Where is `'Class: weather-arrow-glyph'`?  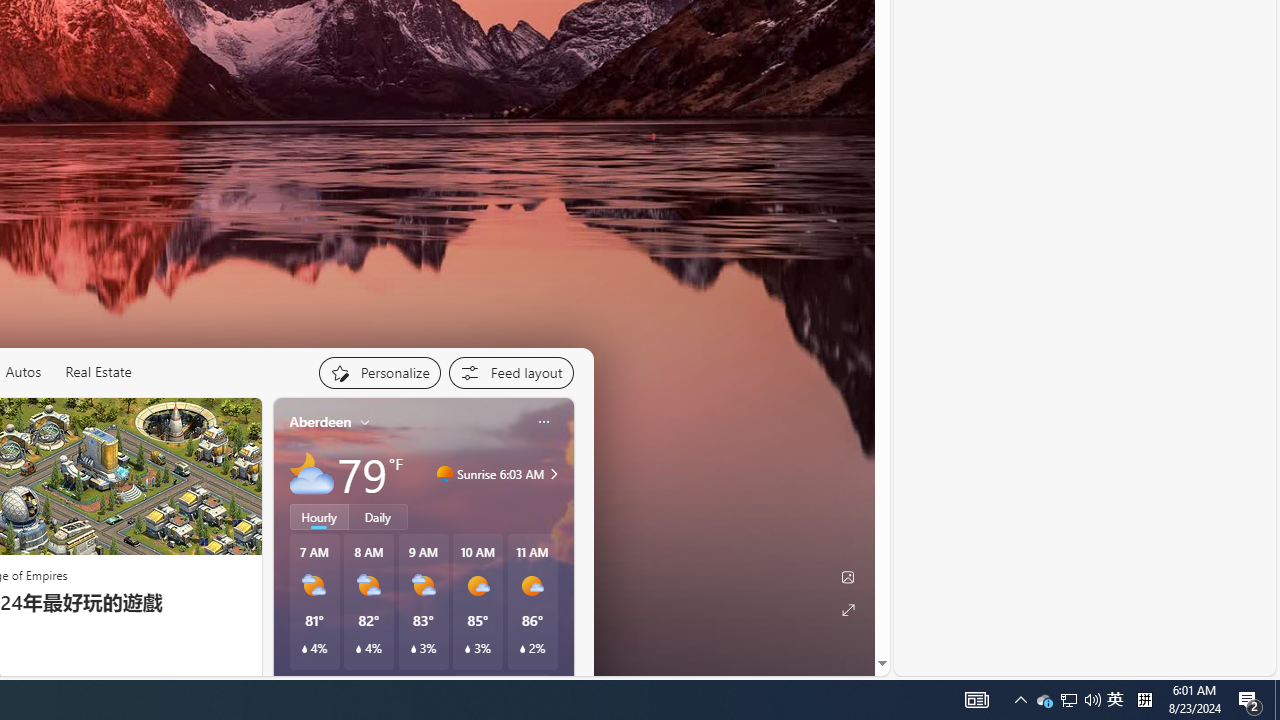 'Class: weather-arrow-glyph' is located at coordinates (554, 474).